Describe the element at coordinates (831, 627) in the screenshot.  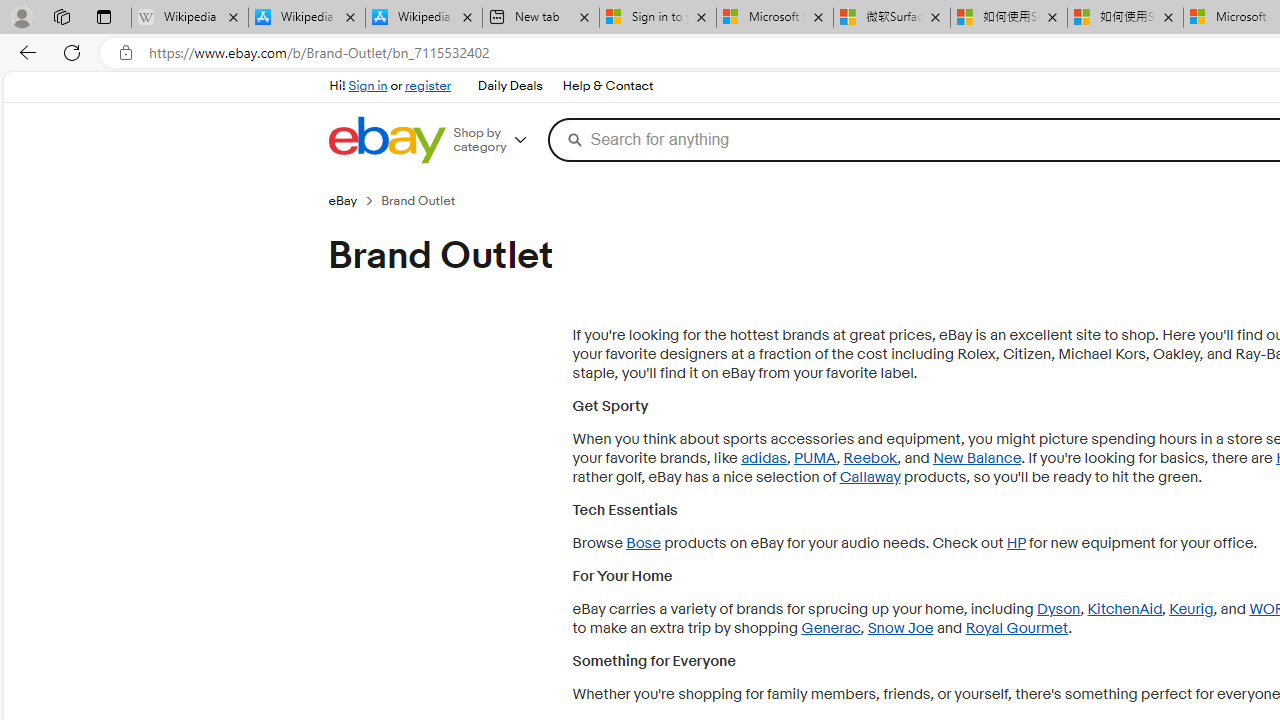
I see `'Generac'` at that location.